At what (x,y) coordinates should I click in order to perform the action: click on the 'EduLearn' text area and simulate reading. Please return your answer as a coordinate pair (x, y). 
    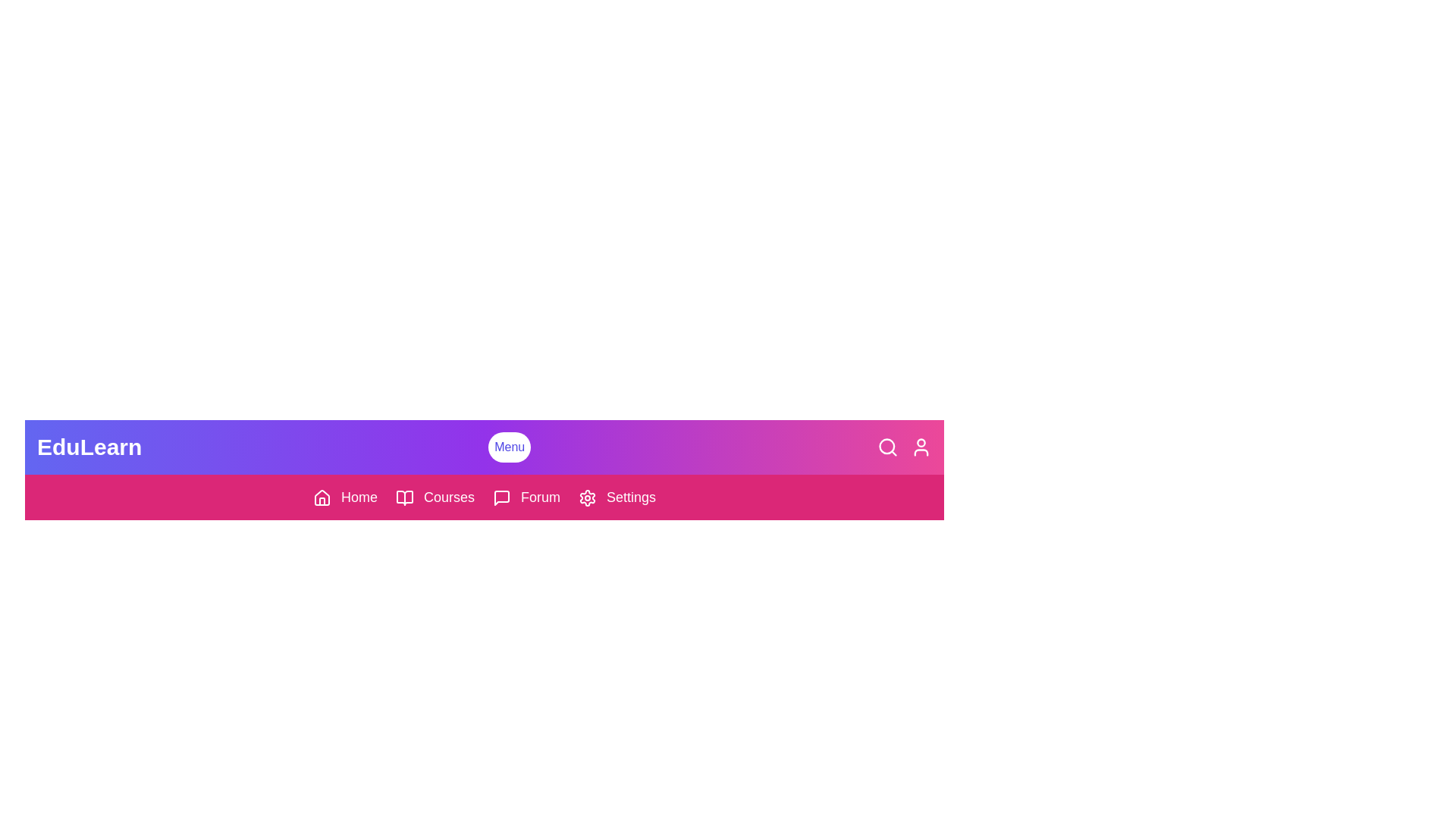
    Looking at the image, I should click on (89, 447).